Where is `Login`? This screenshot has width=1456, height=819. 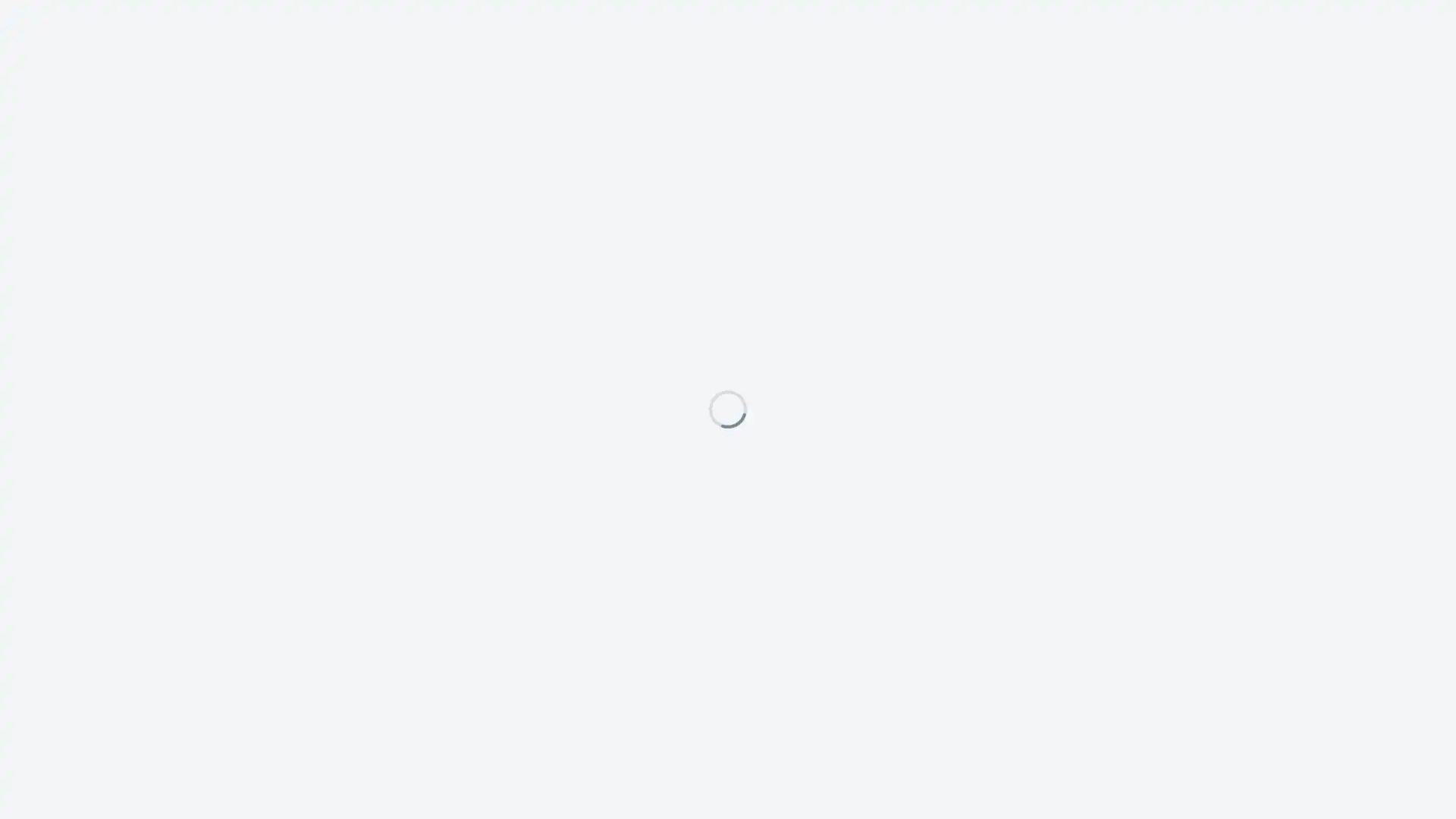
Login is located at coordinates (876, 488).